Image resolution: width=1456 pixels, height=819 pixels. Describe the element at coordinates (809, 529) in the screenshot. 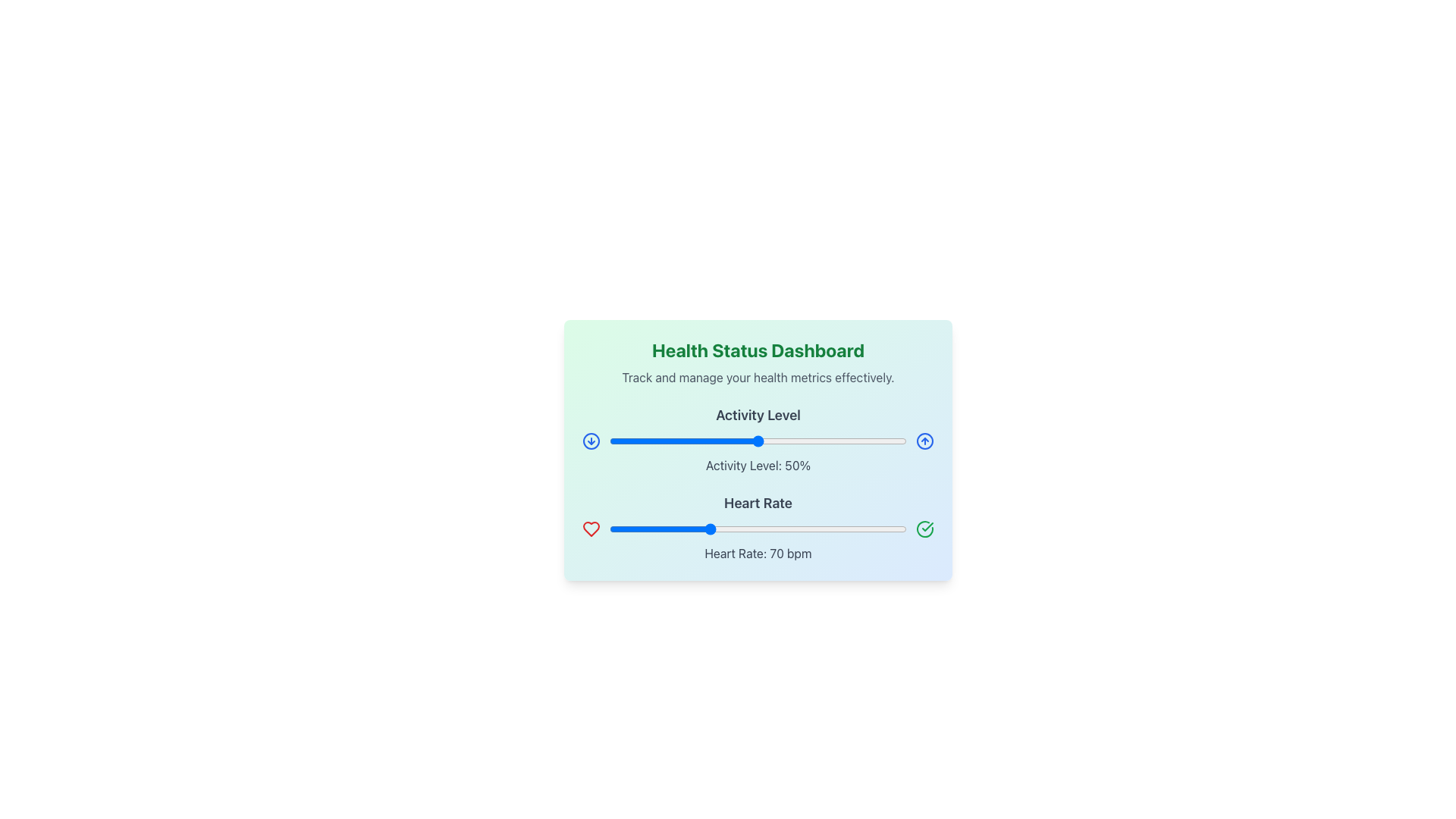

I see `heart rate` at that location.